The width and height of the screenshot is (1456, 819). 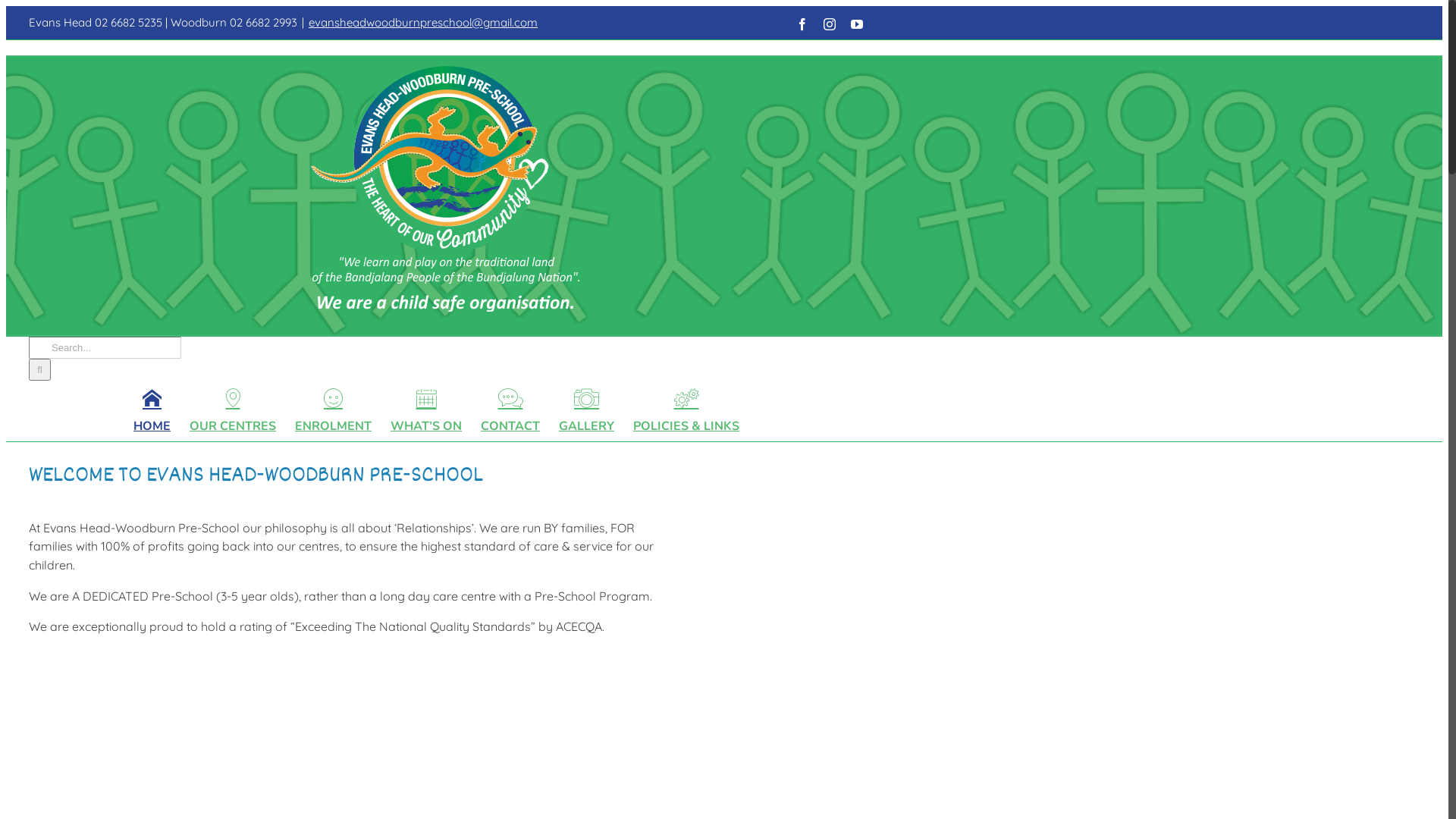 What do you see at coordinates (801, 24) in the screenshot?
I see `'Facebook'` at bounding box center [801, 24].